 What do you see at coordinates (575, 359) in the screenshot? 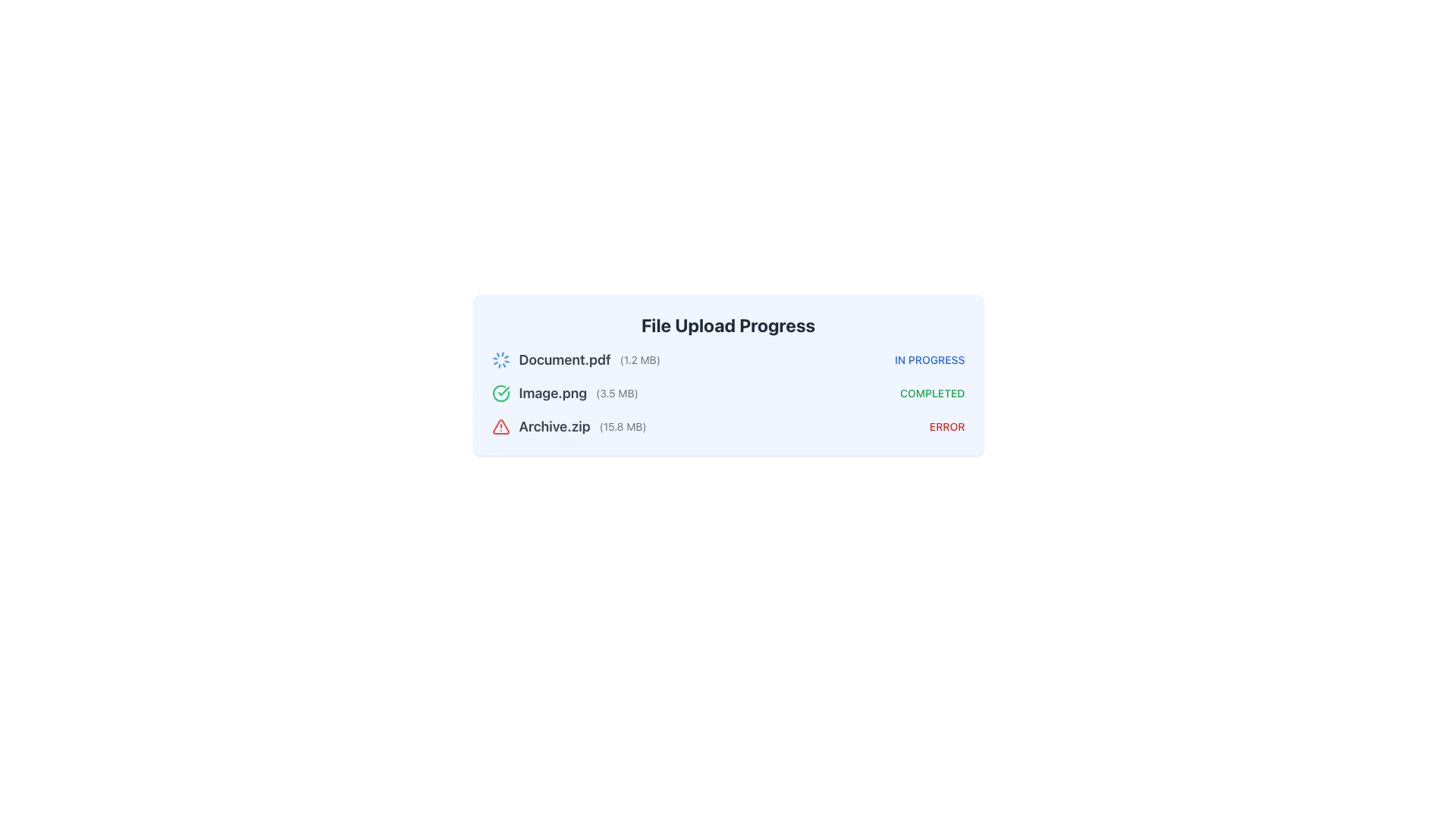
I see `text of the filename 'Document.pdf' and its size '(1.2 MB)' from the first entry in the File Upload Progress interface` at bounding box center [575, 359].